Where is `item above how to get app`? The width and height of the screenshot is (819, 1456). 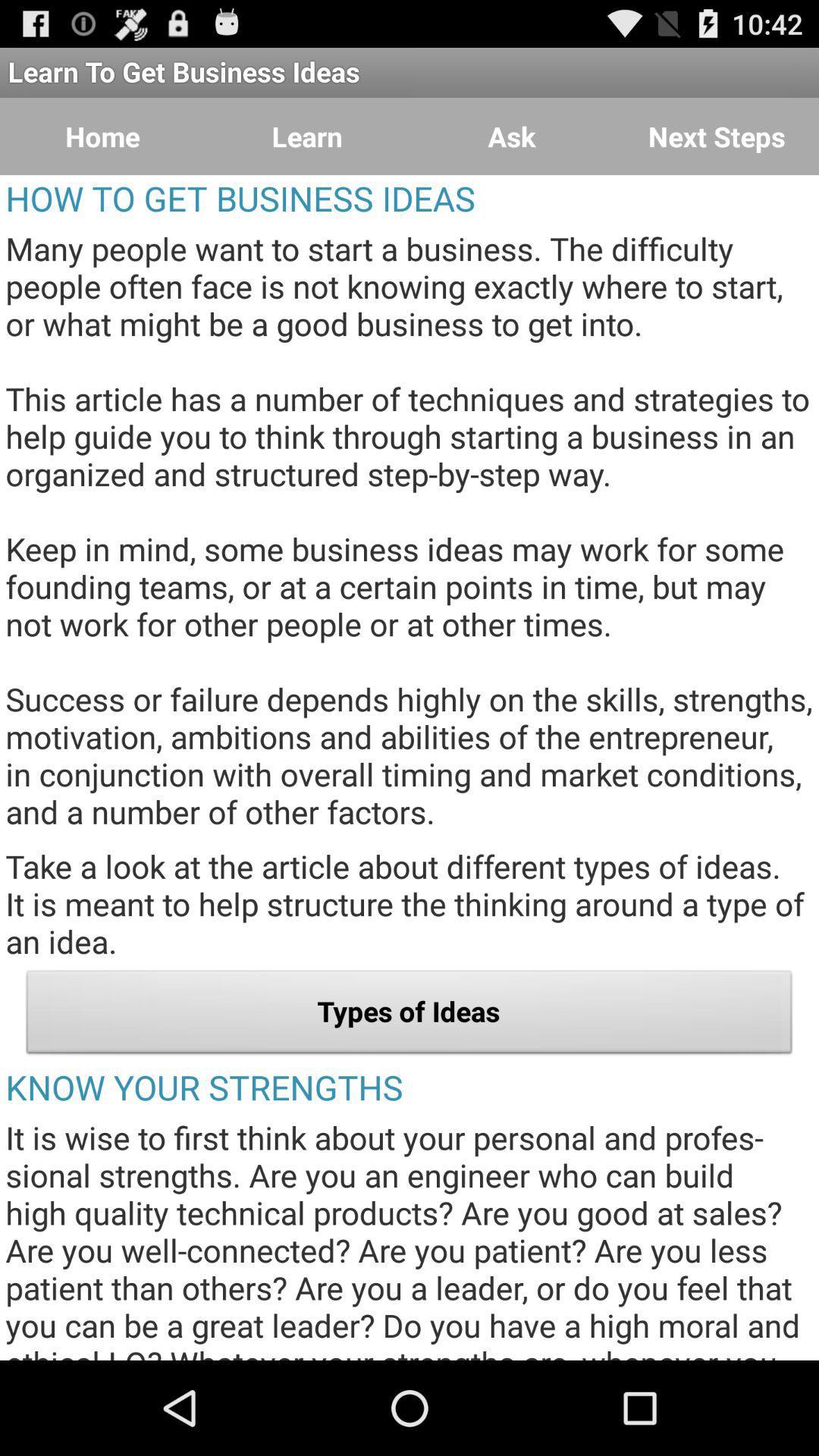 item above how to get app is located at coordinates (512, 136).